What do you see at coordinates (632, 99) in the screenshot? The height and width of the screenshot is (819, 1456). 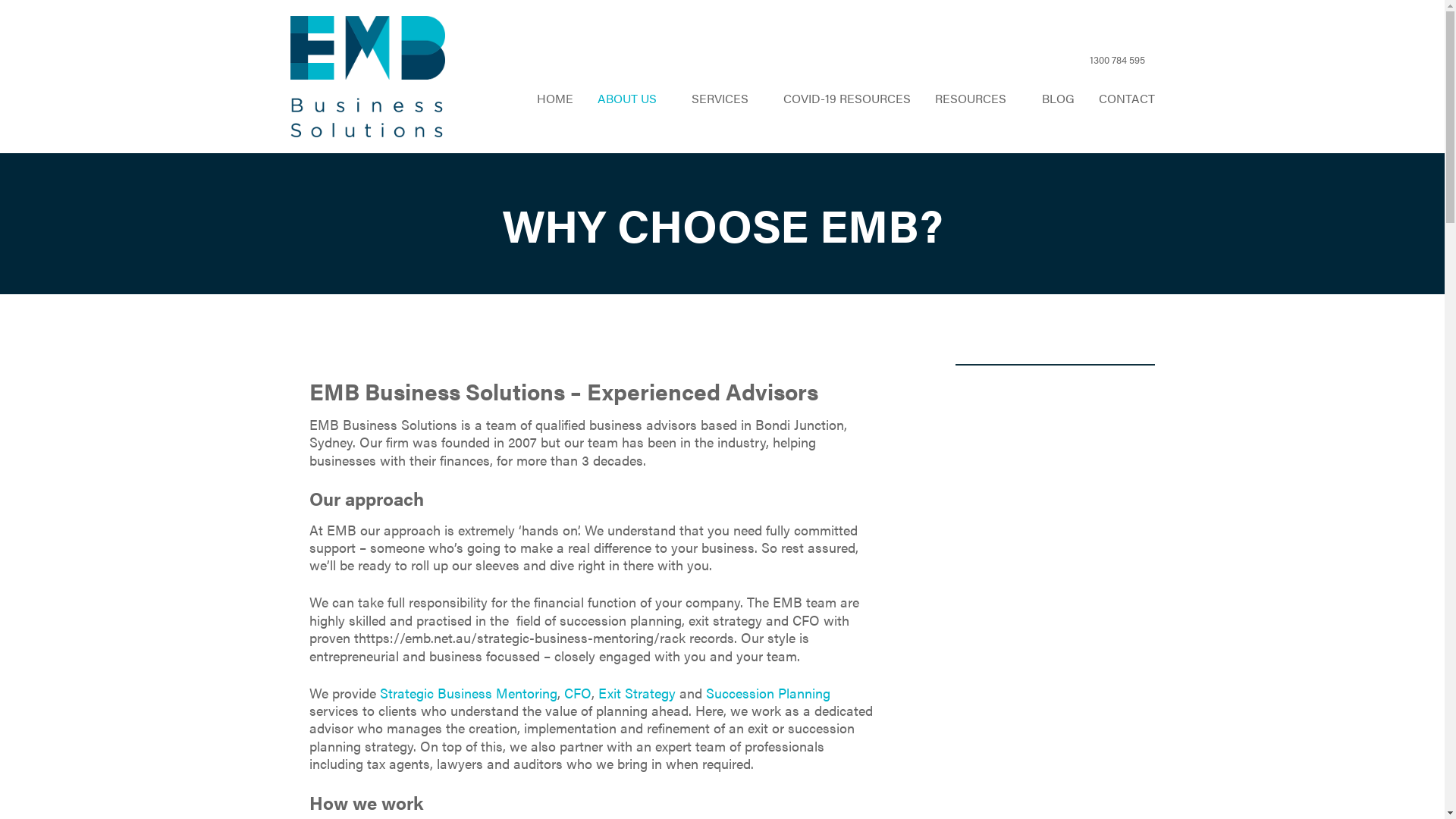 I see `'ABOUT US '` at bounding box center [632, 99].